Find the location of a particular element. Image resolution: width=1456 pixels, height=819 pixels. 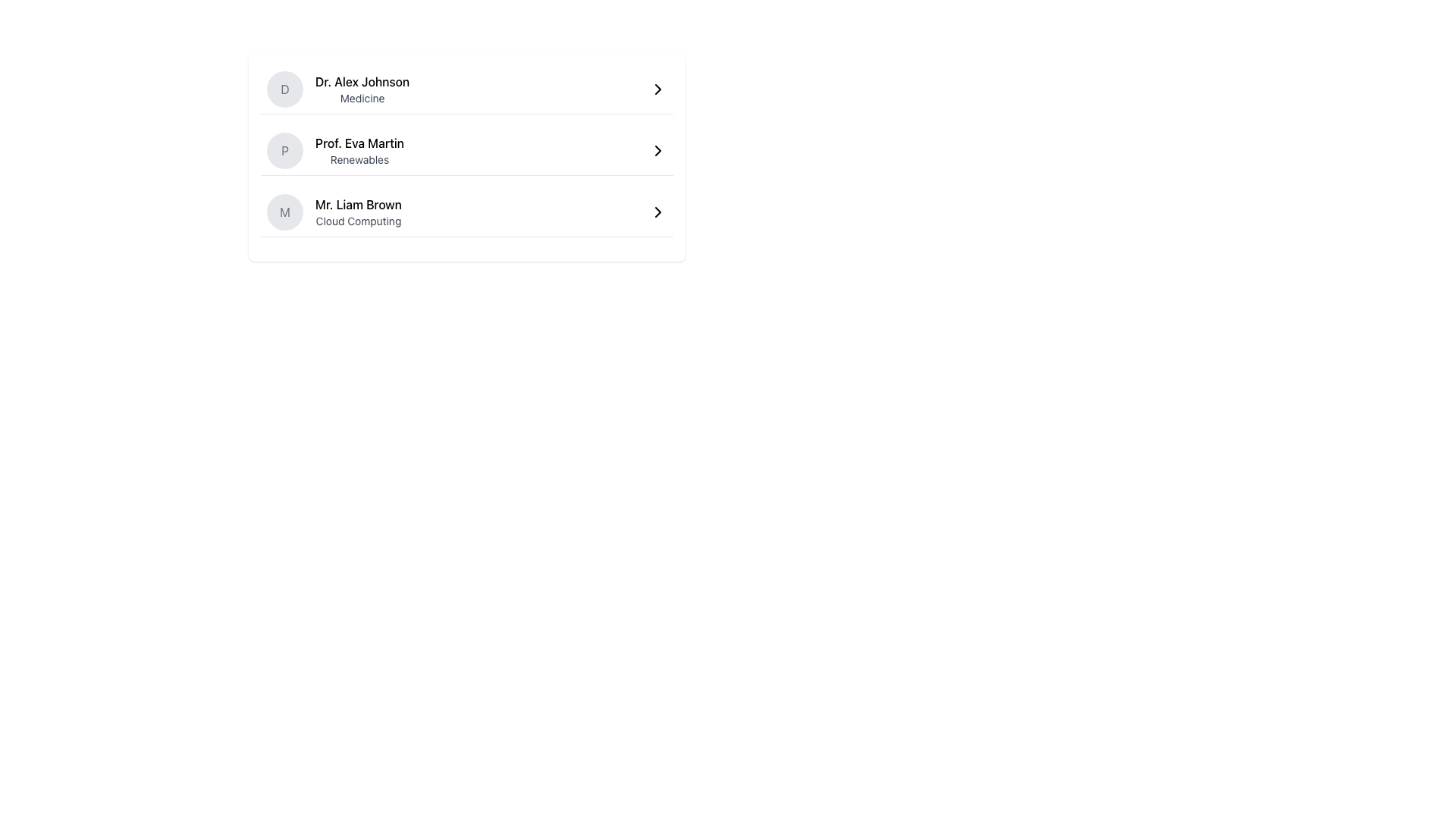

the interactive list item for 'Prof. Eva Martin' is located at coordinates (466, 151).